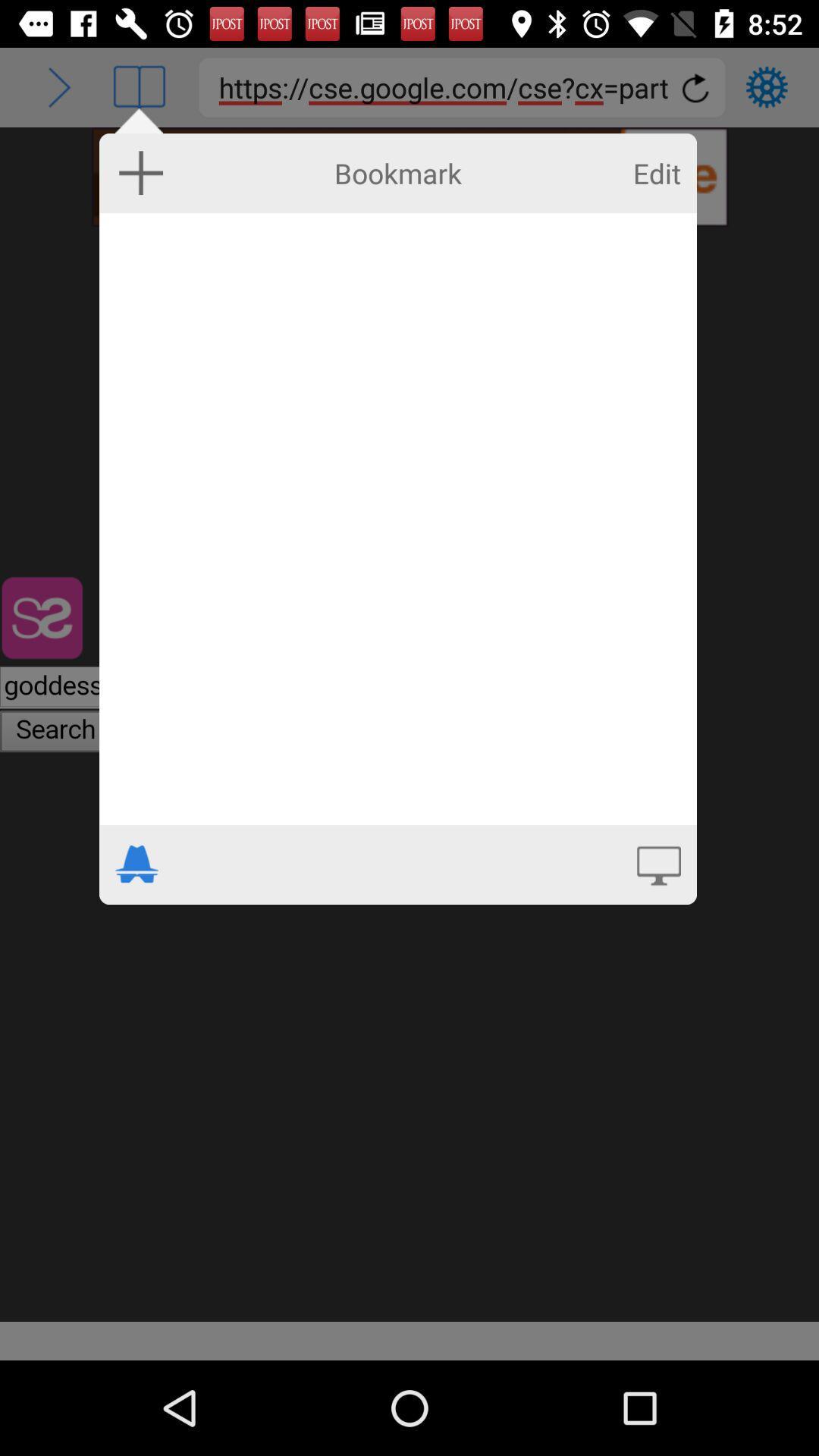 This screenshot has height=1456, width=819. What do you see at coordinates (656, 173) in the screenshot?
I see `icon to the right of bookmark icon` at bounding box center [656, 173].